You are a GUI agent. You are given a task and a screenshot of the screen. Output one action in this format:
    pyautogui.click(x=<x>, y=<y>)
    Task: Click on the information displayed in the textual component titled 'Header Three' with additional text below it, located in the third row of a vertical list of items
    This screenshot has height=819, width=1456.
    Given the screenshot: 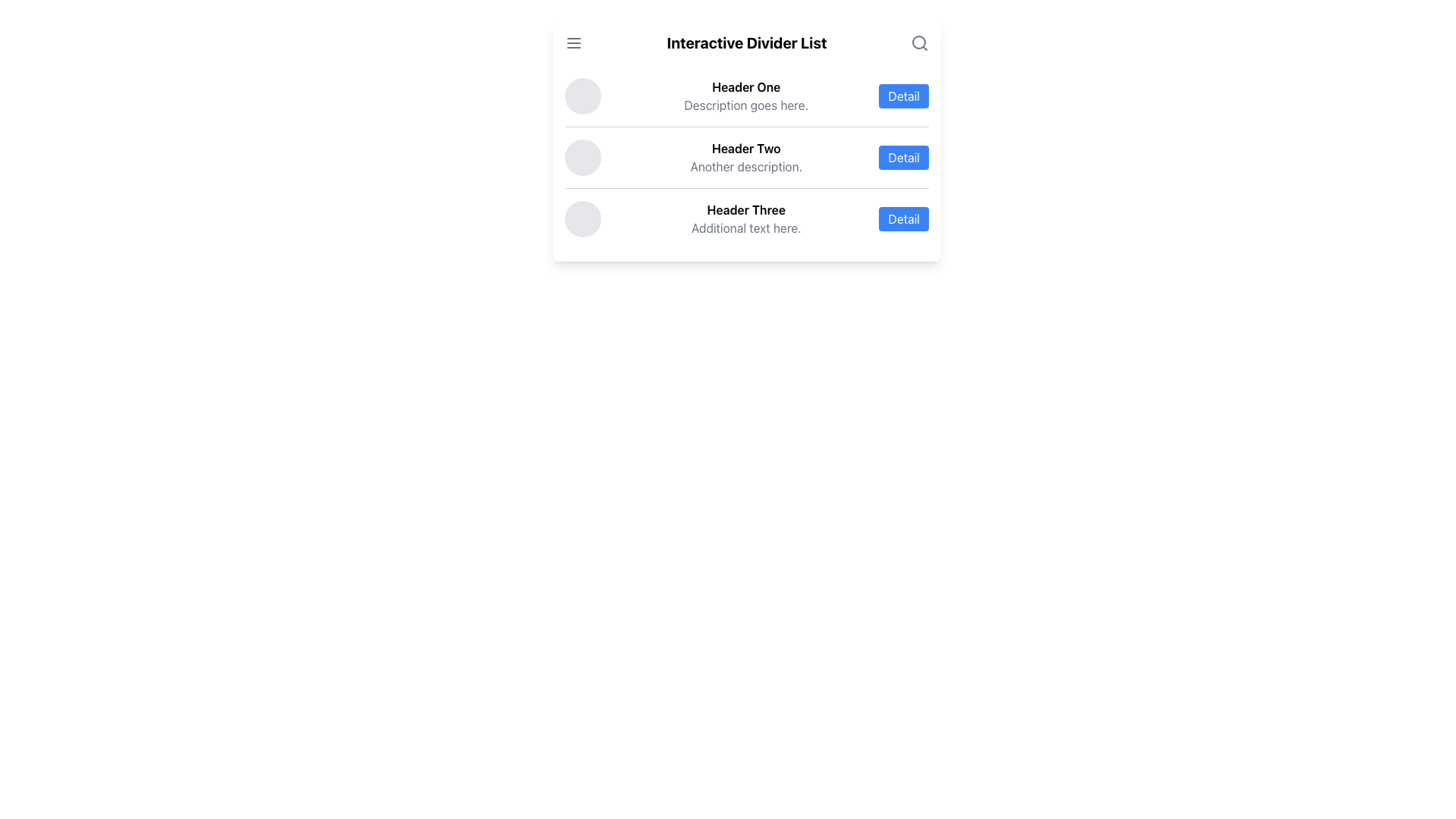 What is the action you would take?
    pyautogui.click(x=746, y=219)
    